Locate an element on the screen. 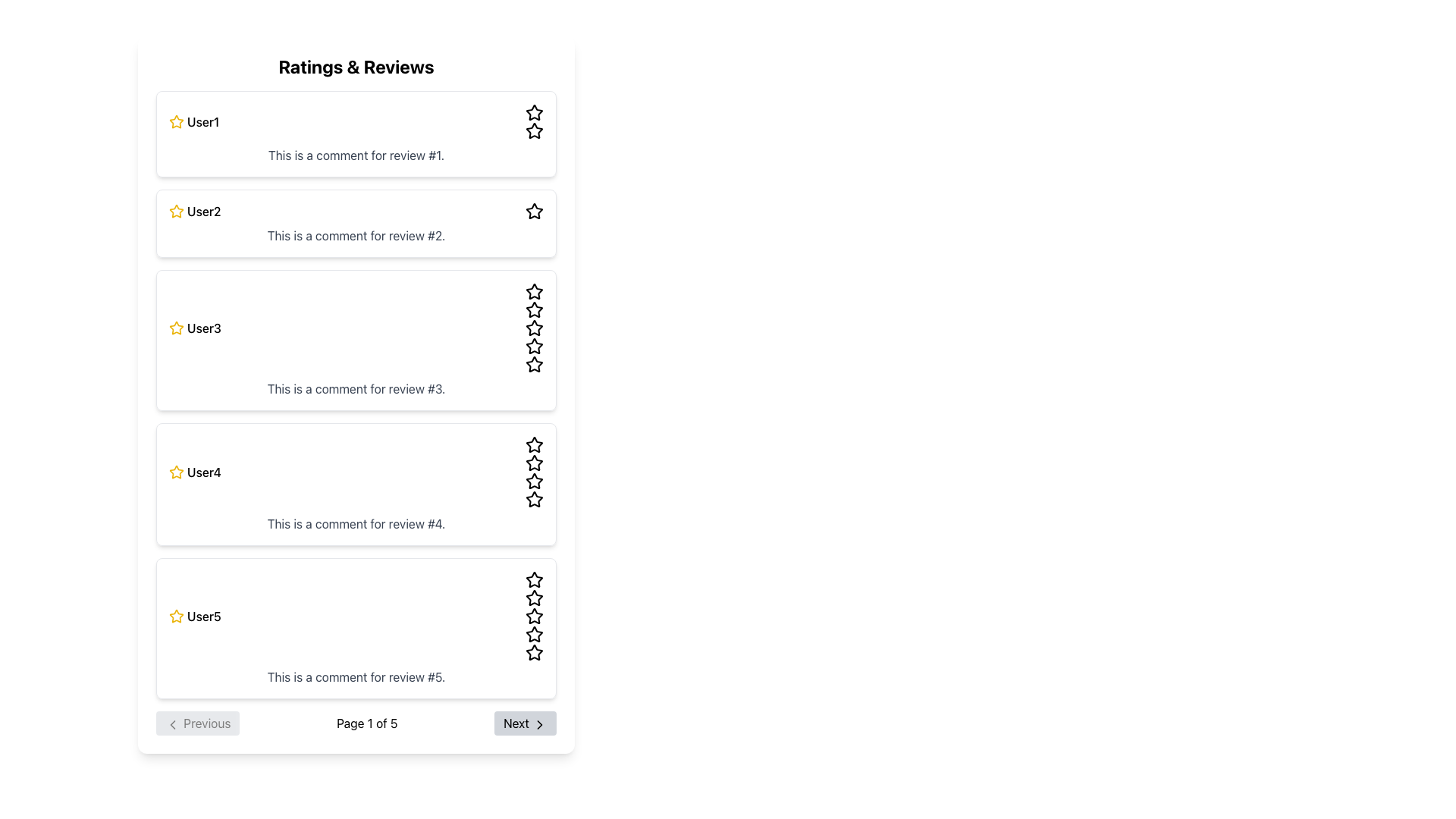 Image resolution: width=1456 pixels, height=819 pixels. the star icon outlined with a yellow border that is positioned to the left of the username 'User2' in the second review section is located at coordinates (177, 211).